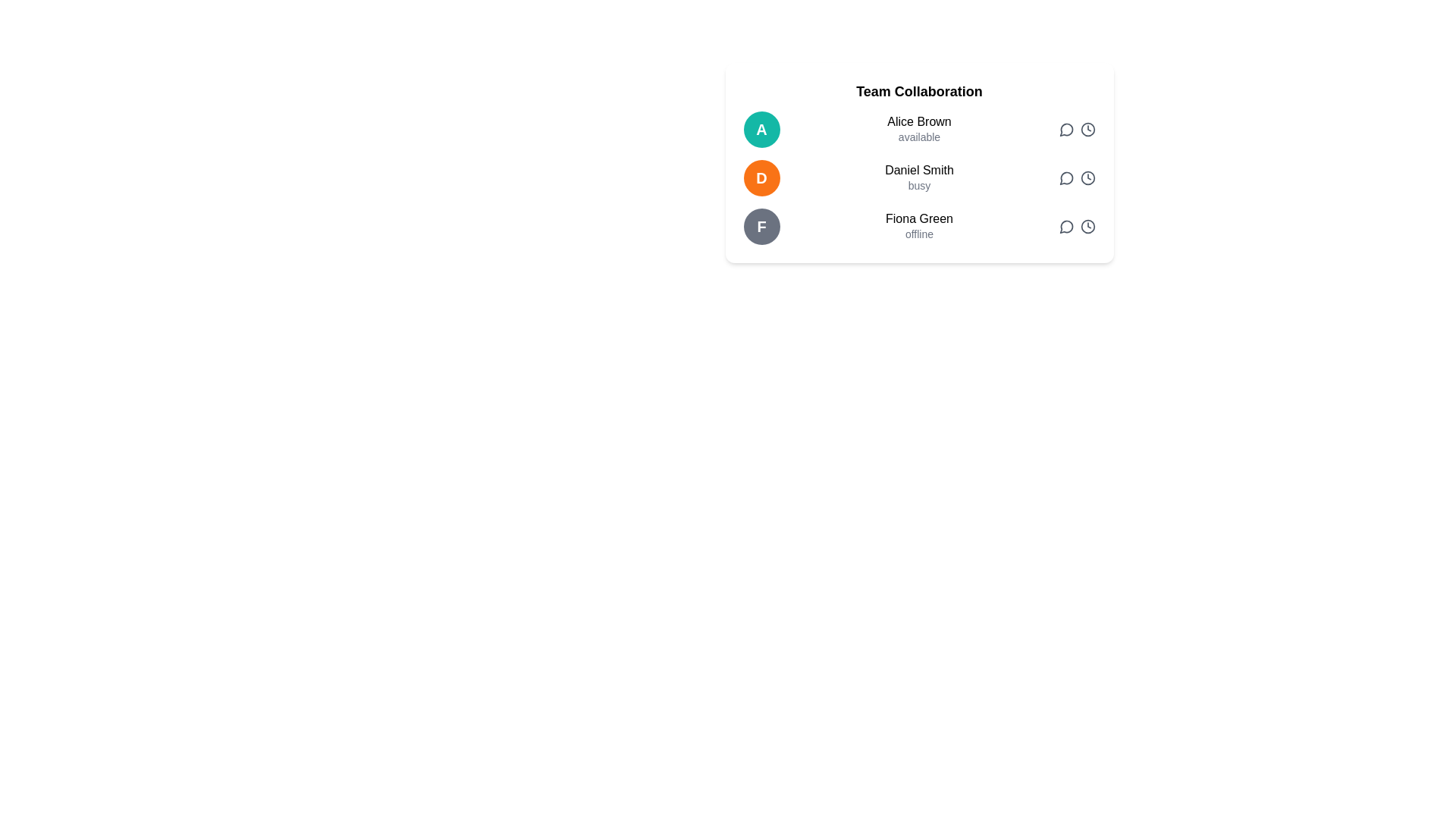 The width and height of the screenshot is (1456, 819). I want to click on the text element displaying 'Fiona Green', which is located above the text 'offline' in the 'Team Collaboration' section, specifically in the third row of user entries, so click(918, 219).